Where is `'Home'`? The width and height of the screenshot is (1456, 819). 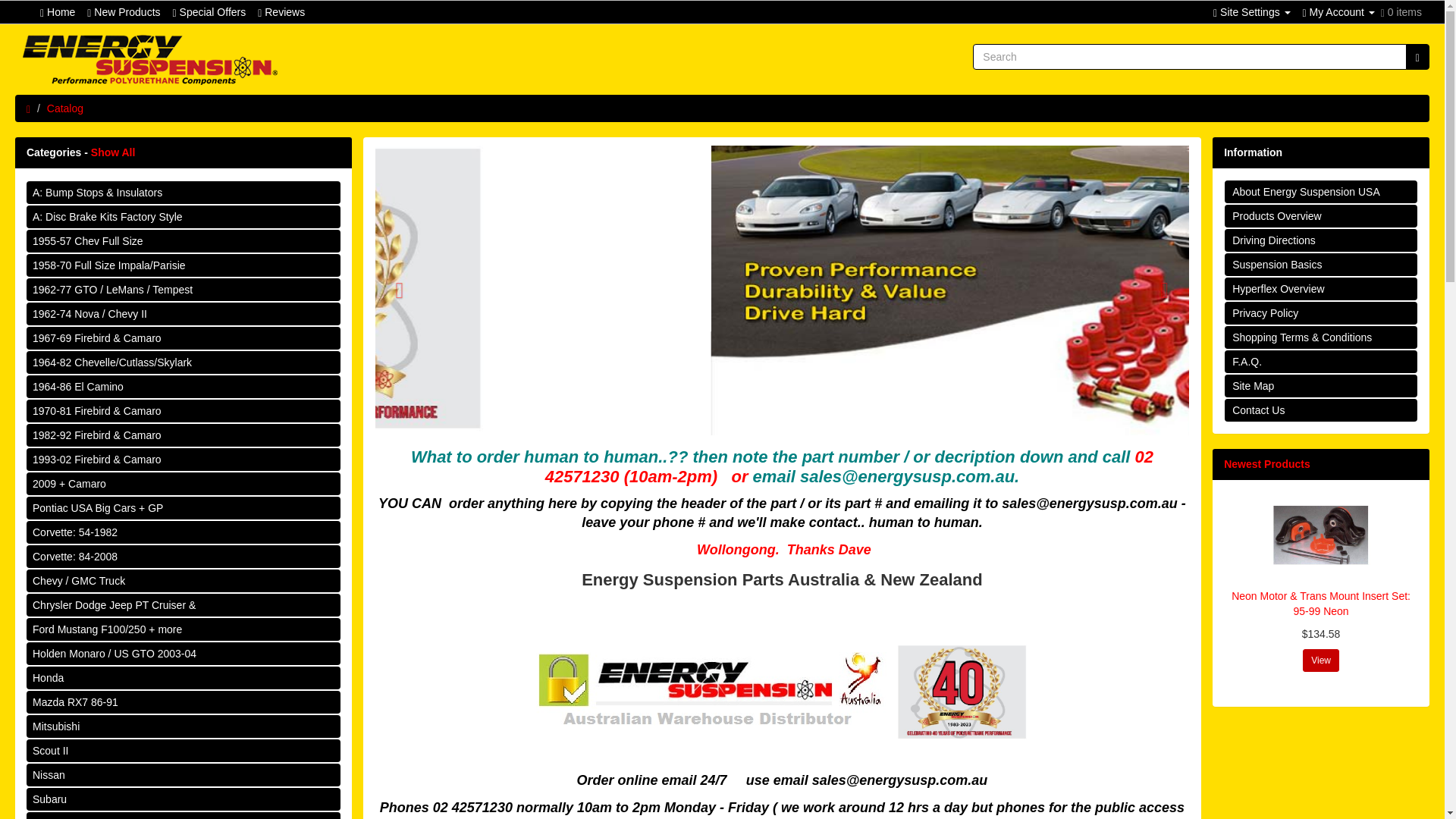 'Home' is located at coordinates (58, 11).